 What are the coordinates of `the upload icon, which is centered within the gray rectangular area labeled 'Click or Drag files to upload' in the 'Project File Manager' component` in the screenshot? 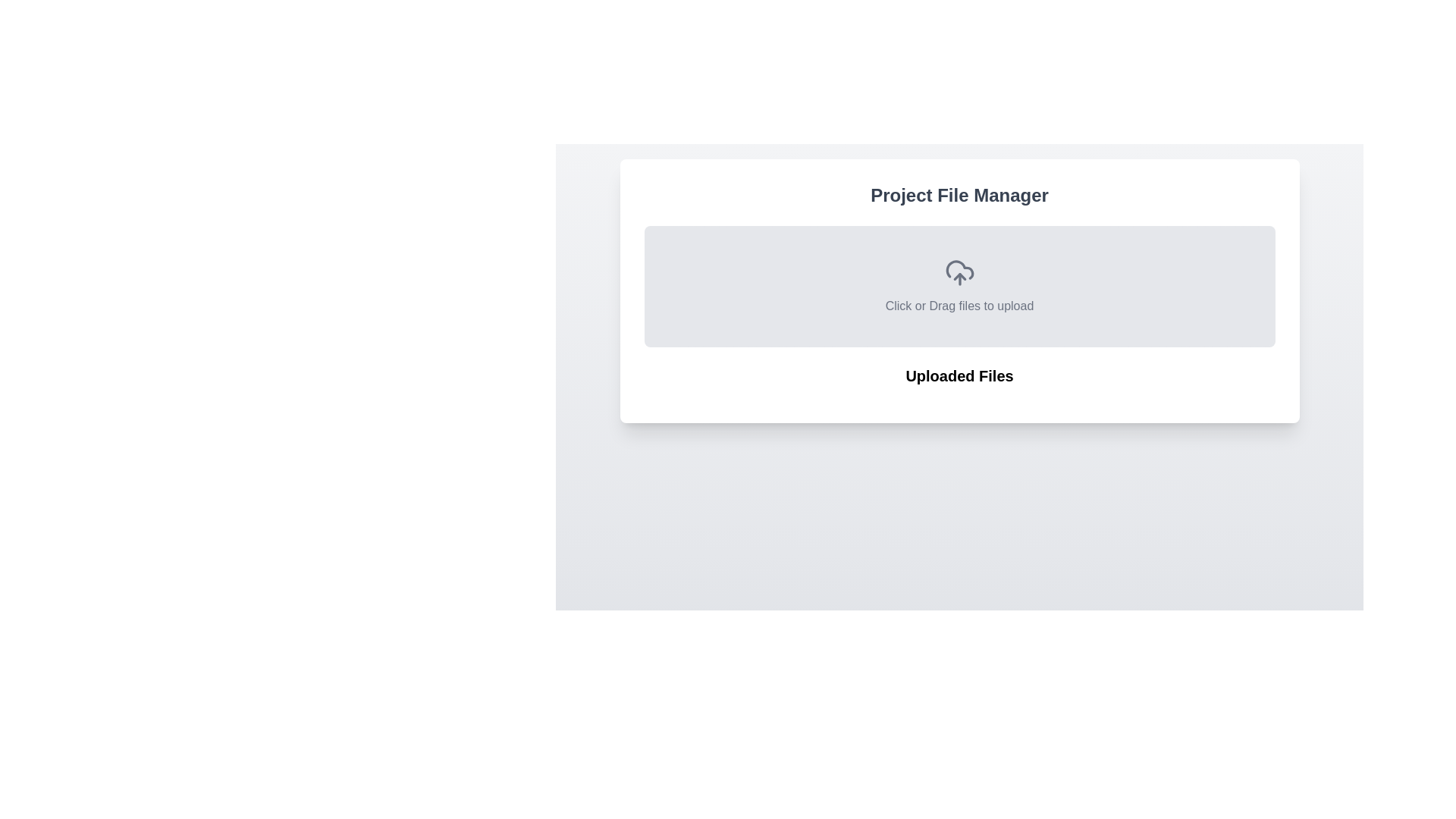 It's located at (959, 271).